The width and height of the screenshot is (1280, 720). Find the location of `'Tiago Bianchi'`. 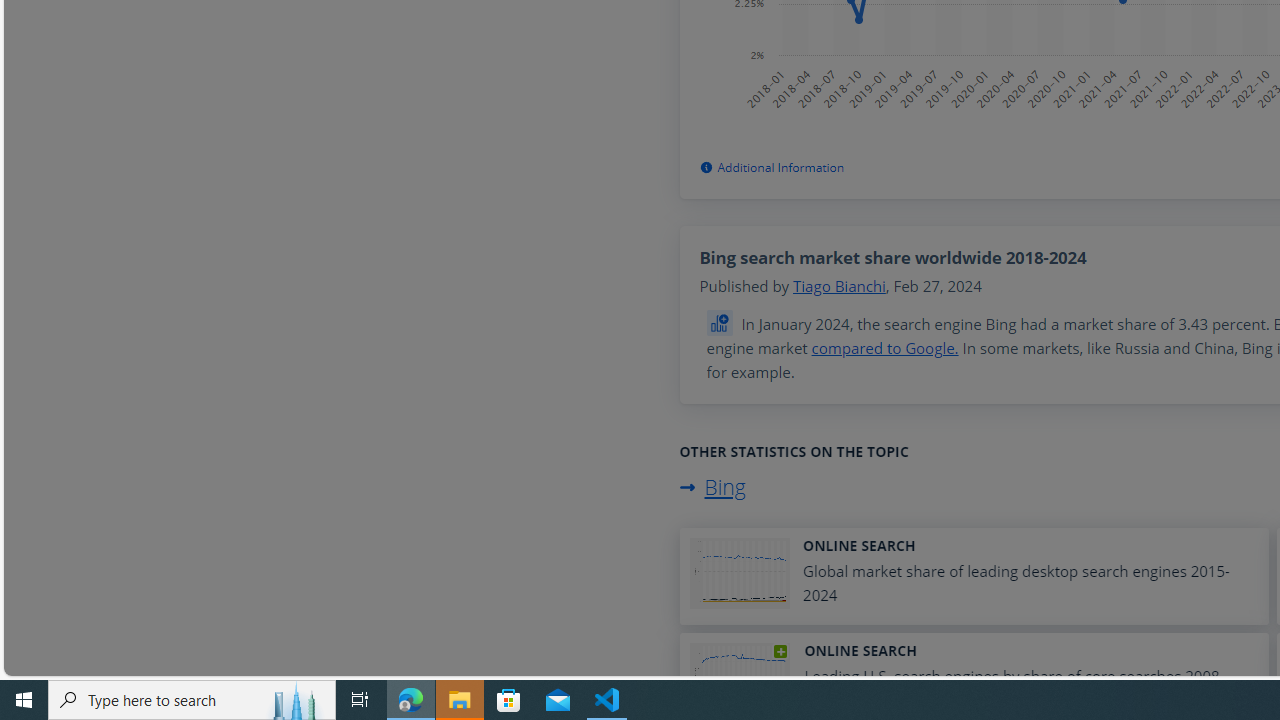

'Tiago Bianchi' is located at coordinates (839, 286).